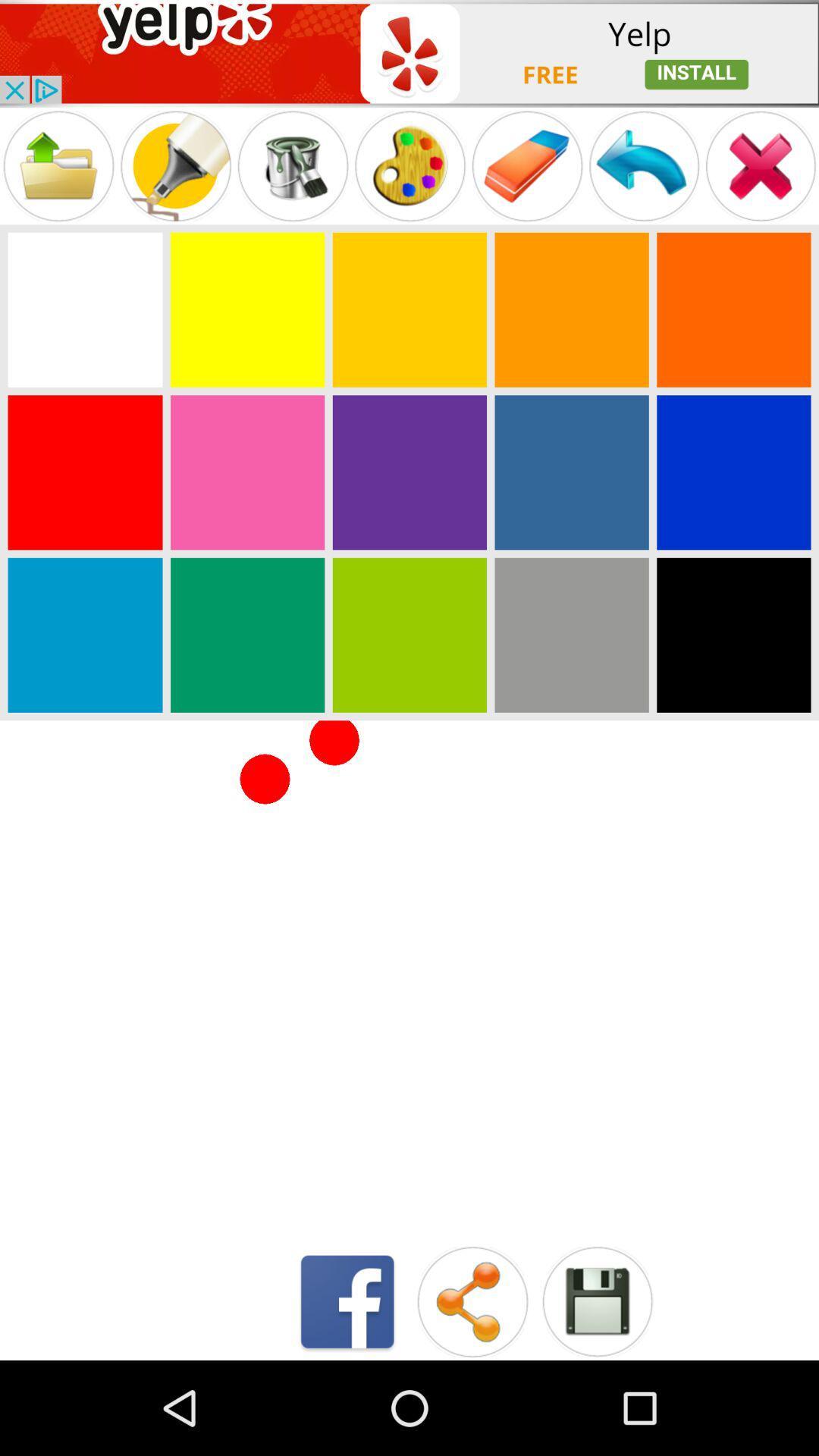  I want to click on the label icon, so click(526, 177).